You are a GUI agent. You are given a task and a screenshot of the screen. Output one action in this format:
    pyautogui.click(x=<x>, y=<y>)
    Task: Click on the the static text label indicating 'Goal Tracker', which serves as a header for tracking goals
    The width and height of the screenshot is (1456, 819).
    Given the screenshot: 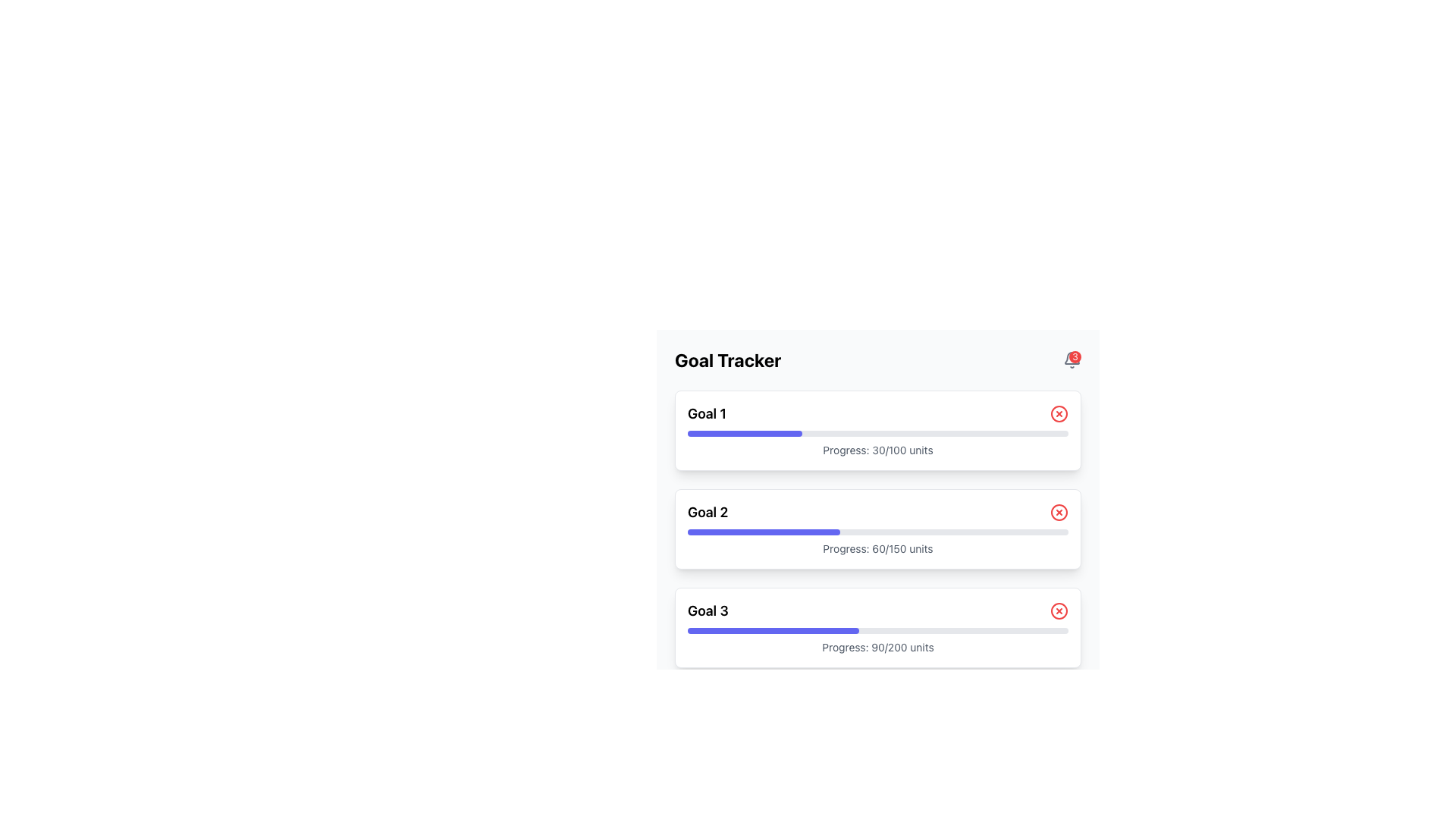 What is the action you would take?
    pyautogui.click(x=728, y=359)
    